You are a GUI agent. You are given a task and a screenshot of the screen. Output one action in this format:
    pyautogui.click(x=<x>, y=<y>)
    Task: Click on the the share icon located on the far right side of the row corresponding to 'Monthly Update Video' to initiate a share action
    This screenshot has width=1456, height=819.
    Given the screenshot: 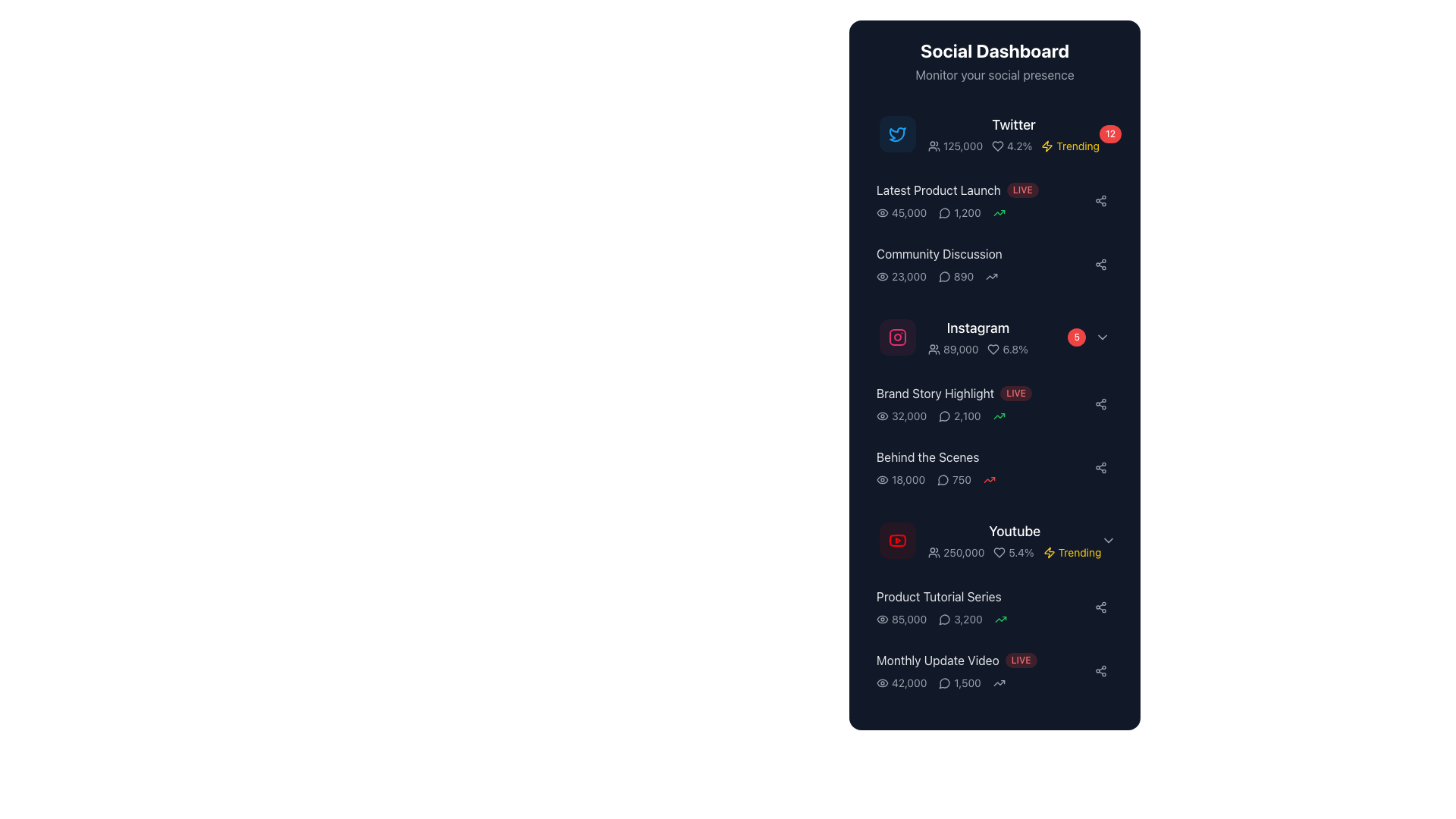 What is the action you would take?
    pyautogui.click(x=1100, y=670)
    